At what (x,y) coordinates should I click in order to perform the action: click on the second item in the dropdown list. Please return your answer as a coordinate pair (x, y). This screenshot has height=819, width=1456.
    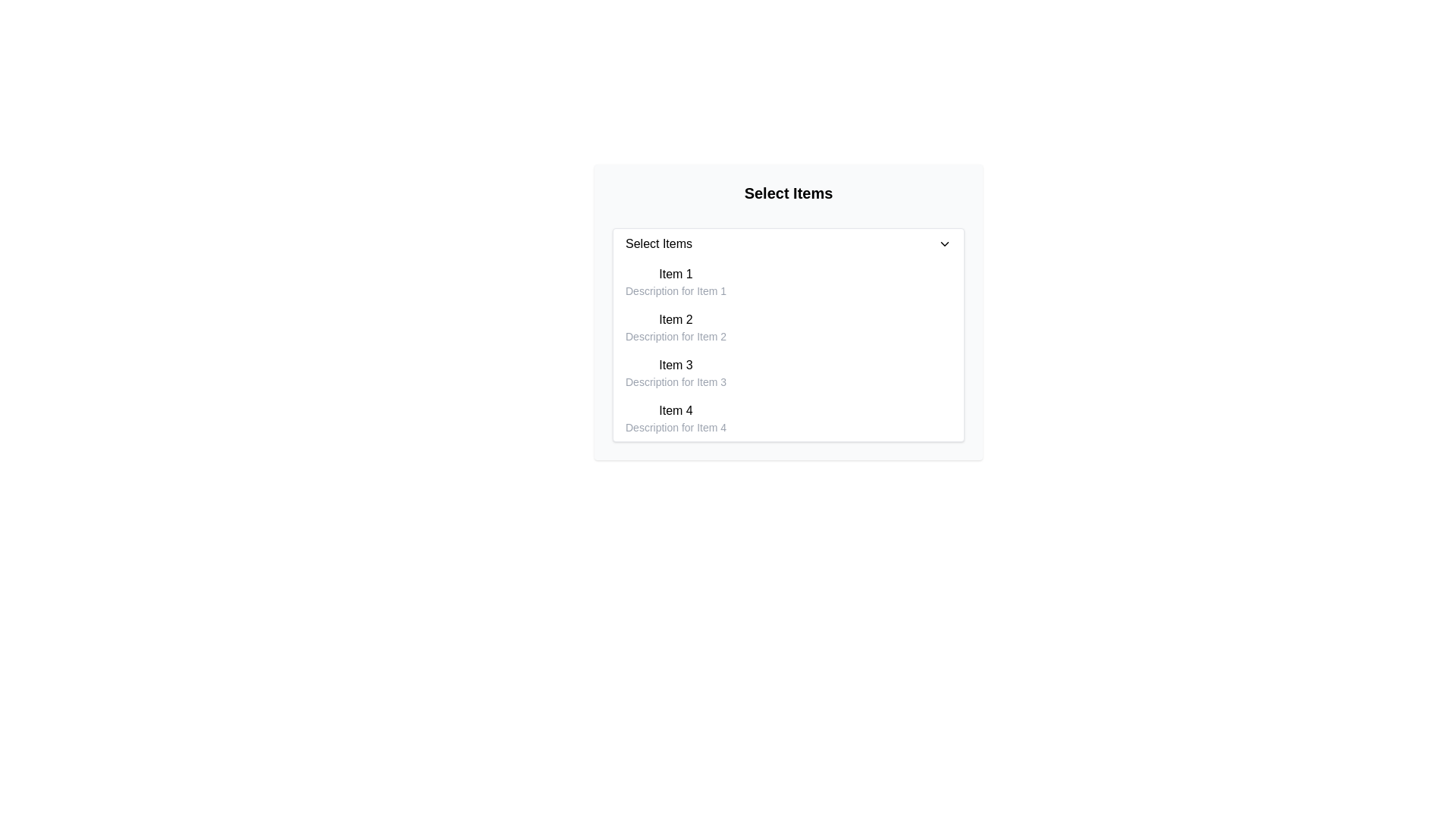
    Looking at the image, I should click on (789, 327).